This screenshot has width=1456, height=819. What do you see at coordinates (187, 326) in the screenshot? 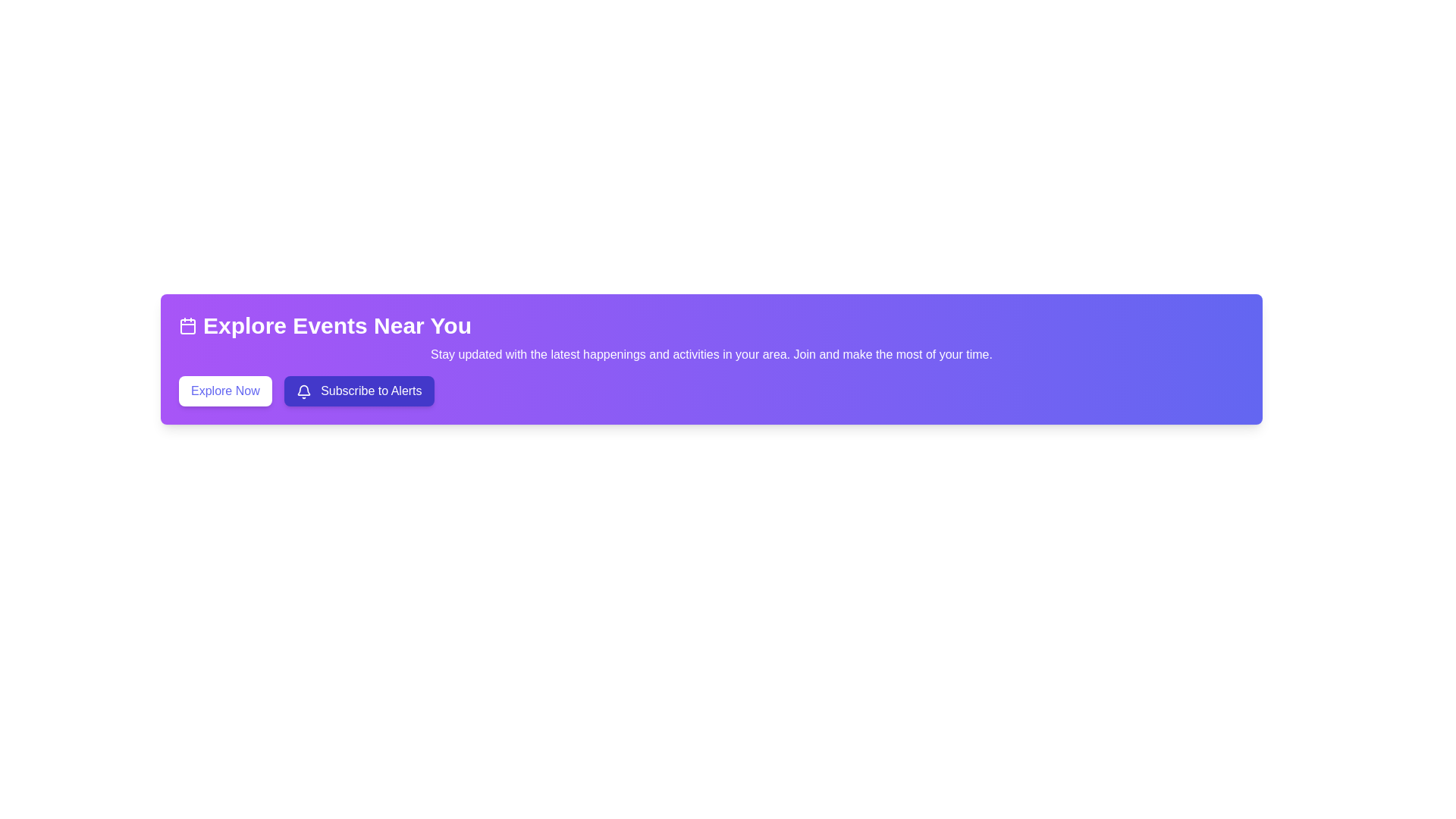
I see `the small calendar icon with rounded corners, styled in vibrant purple and white, located within the SVG calendar icon` at bounding box center [187, 326].